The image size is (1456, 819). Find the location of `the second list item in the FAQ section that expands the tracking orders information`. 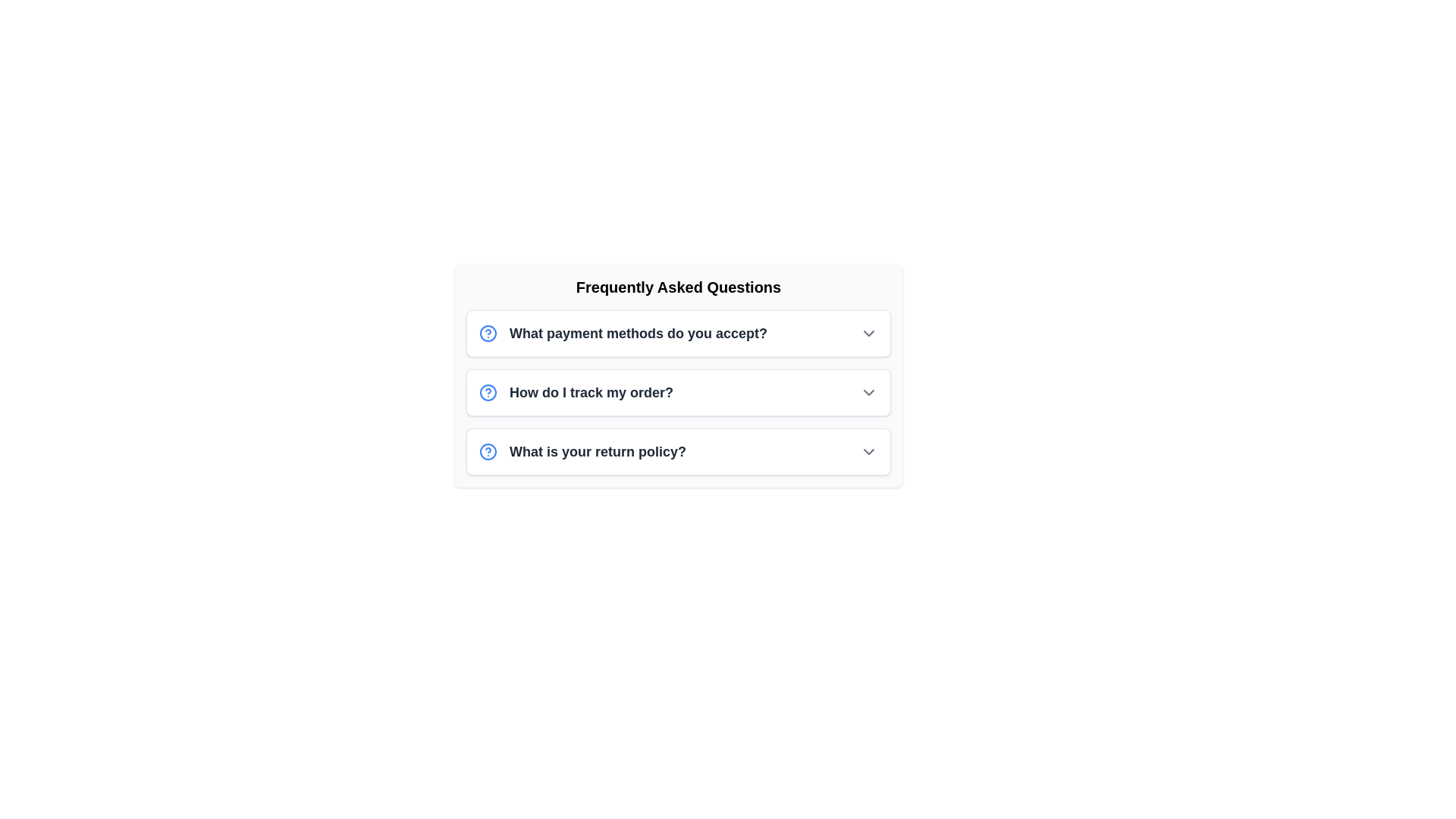

the second list item in the FAQ section that expands the tracking orders information is located at coordinates (677, 391).